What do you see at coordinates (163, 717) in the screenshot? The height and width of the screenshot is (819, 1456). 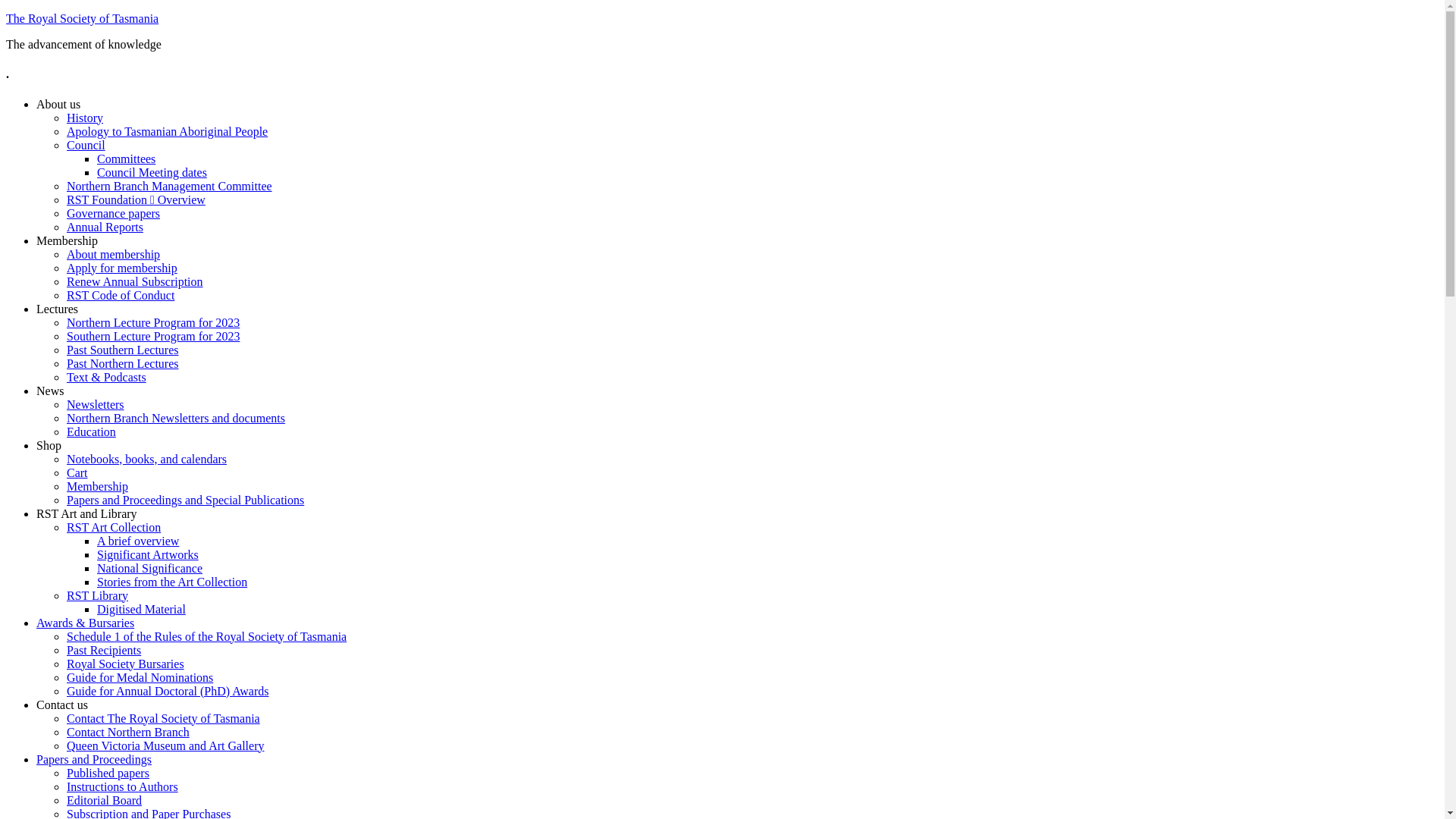 I see `'Contact The Royal Society of Tasmania'` at bounding box center [163, 717].